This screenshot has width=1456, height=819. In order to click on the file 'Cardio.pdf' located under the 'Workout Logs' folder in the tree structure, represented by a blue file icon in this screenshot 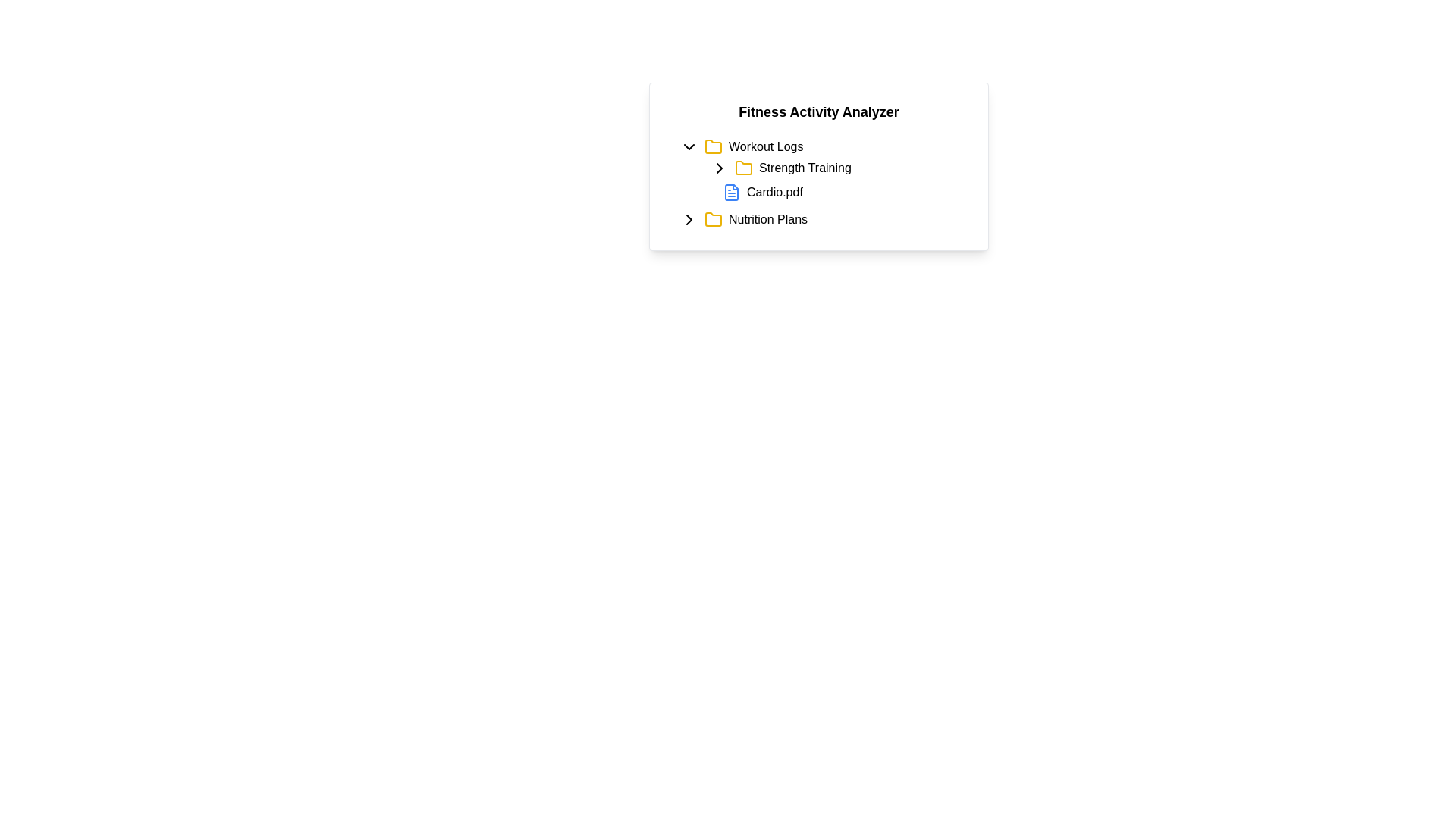, I will do `click(824, 180)`.